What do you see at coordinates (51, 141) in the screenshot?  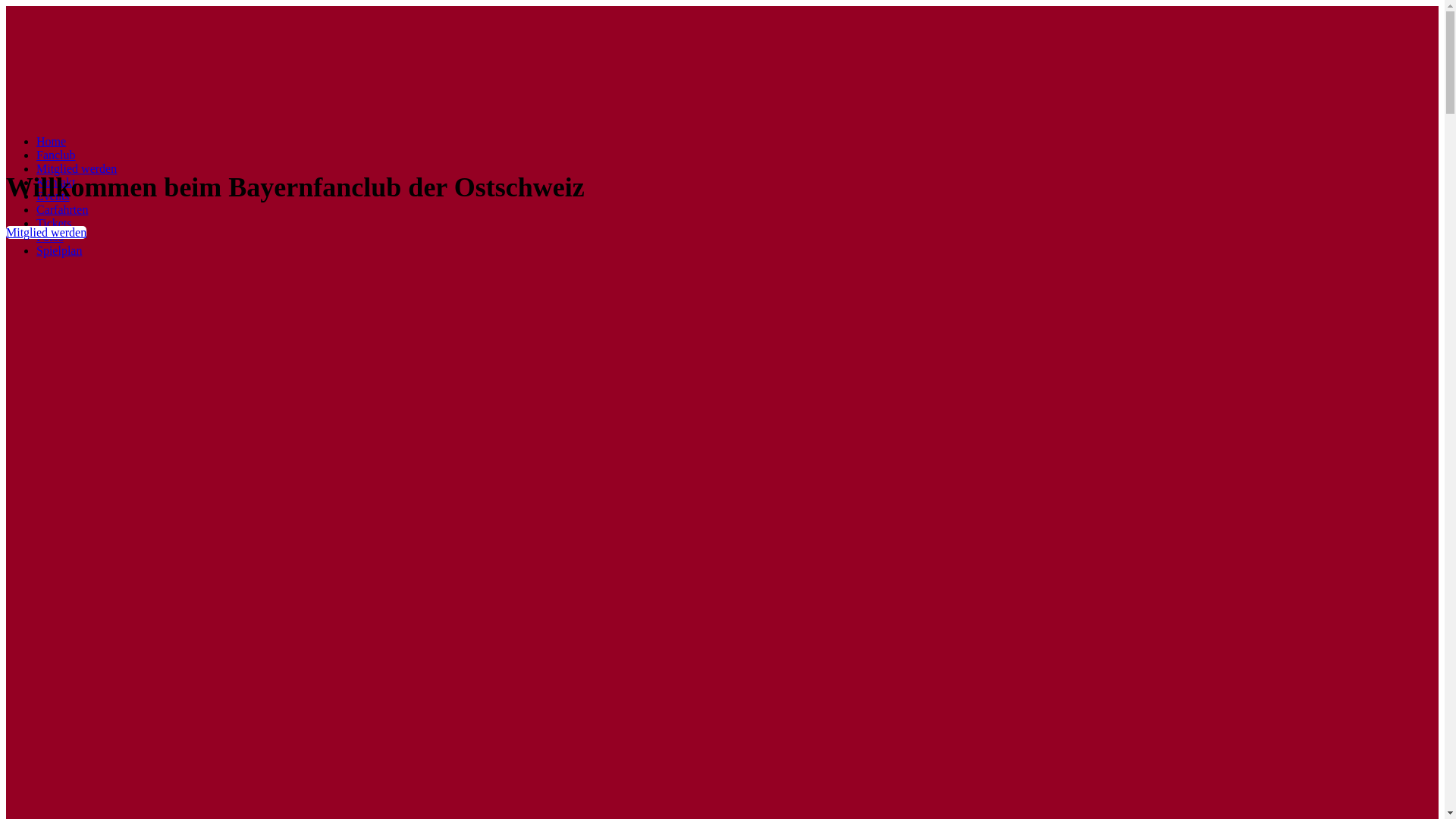 I see `'Home'` at bounding box center [51, 141].